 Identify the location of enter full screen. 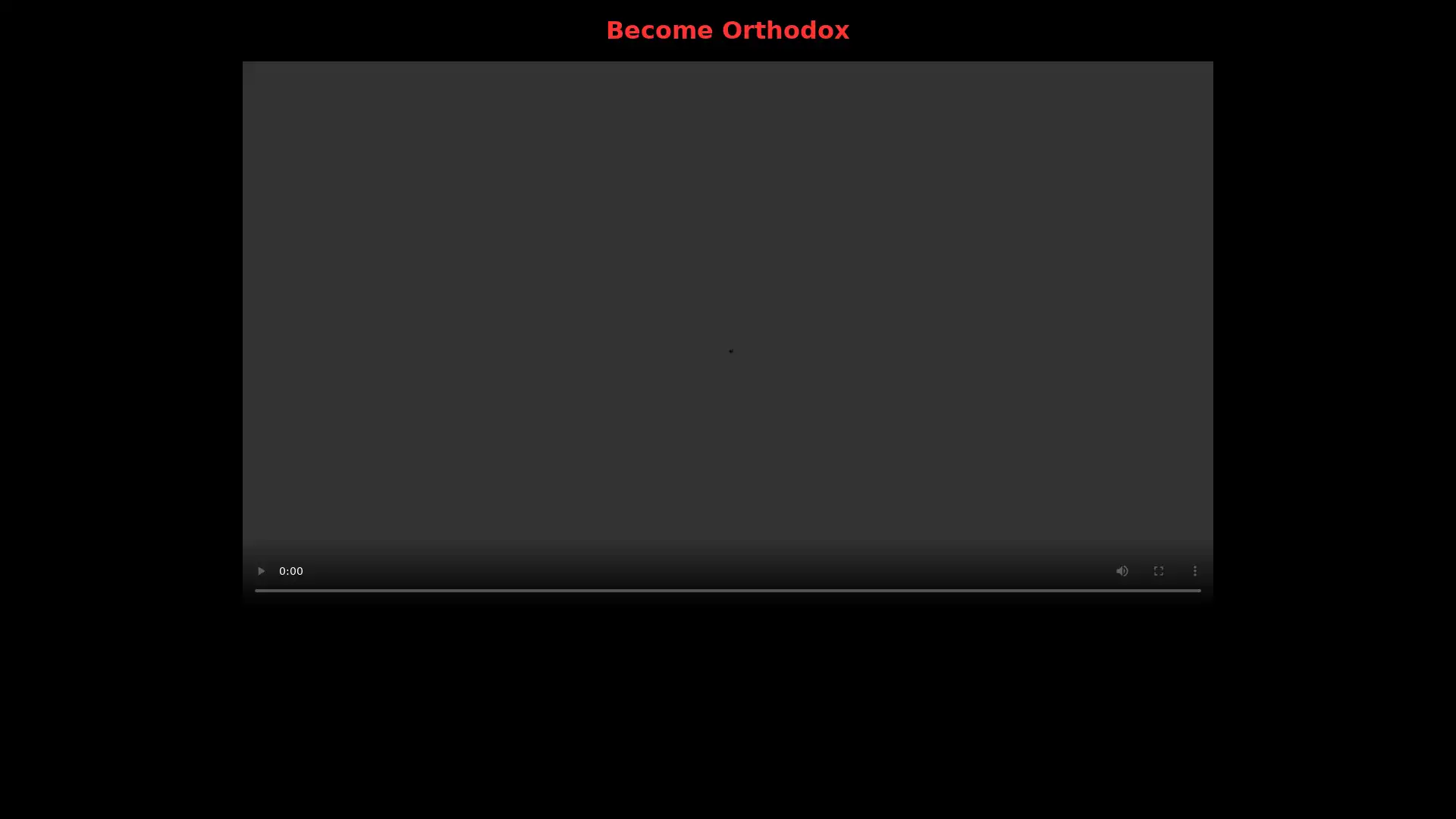
(1157, 570).